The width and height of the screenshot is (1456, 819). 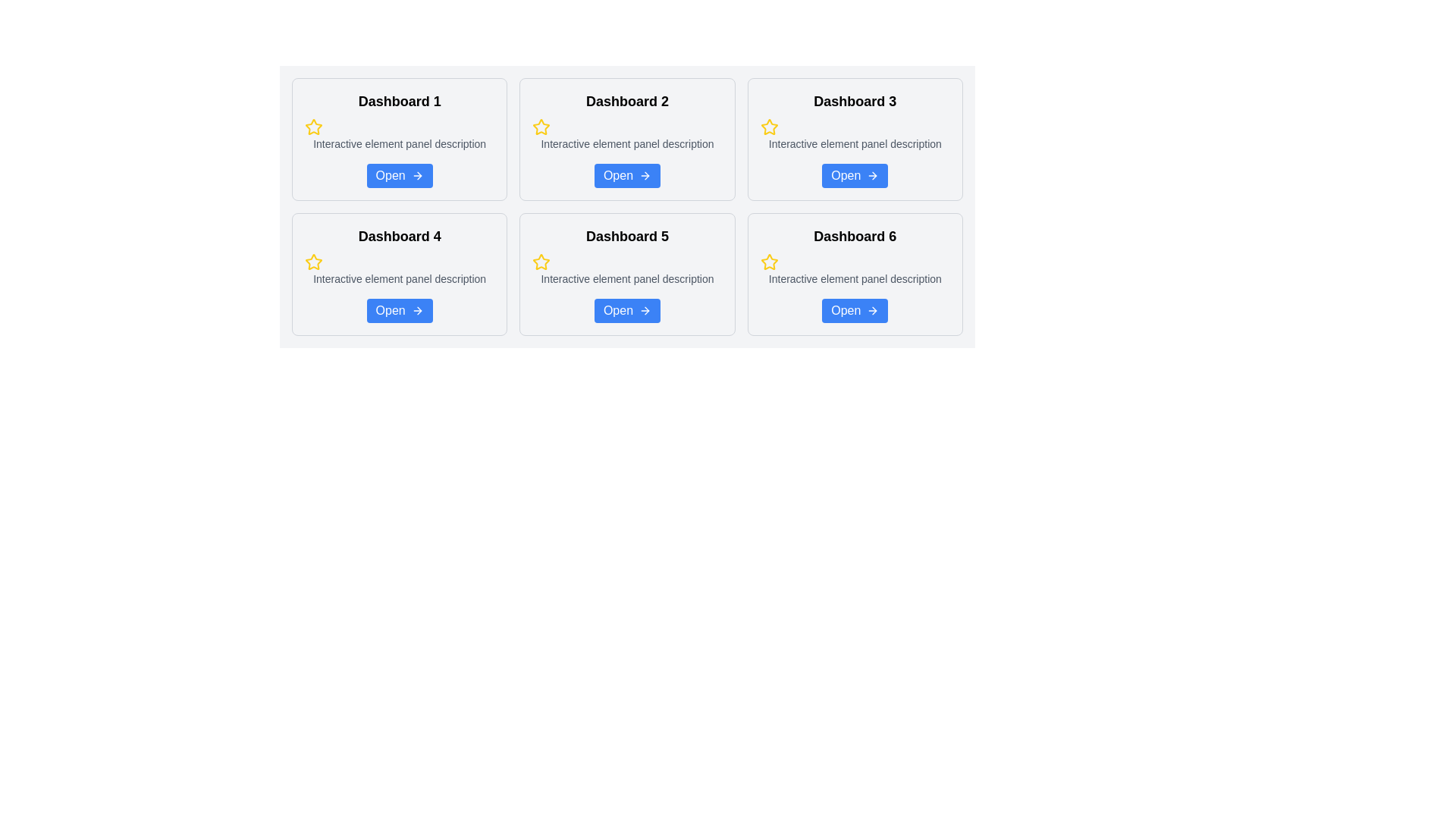 What do you see at coordinates (312, 262) in the screenshot?
I see `the star icon embedded within the fourth card titled 'Dashboard 4'` at bounding box center [312, 262].